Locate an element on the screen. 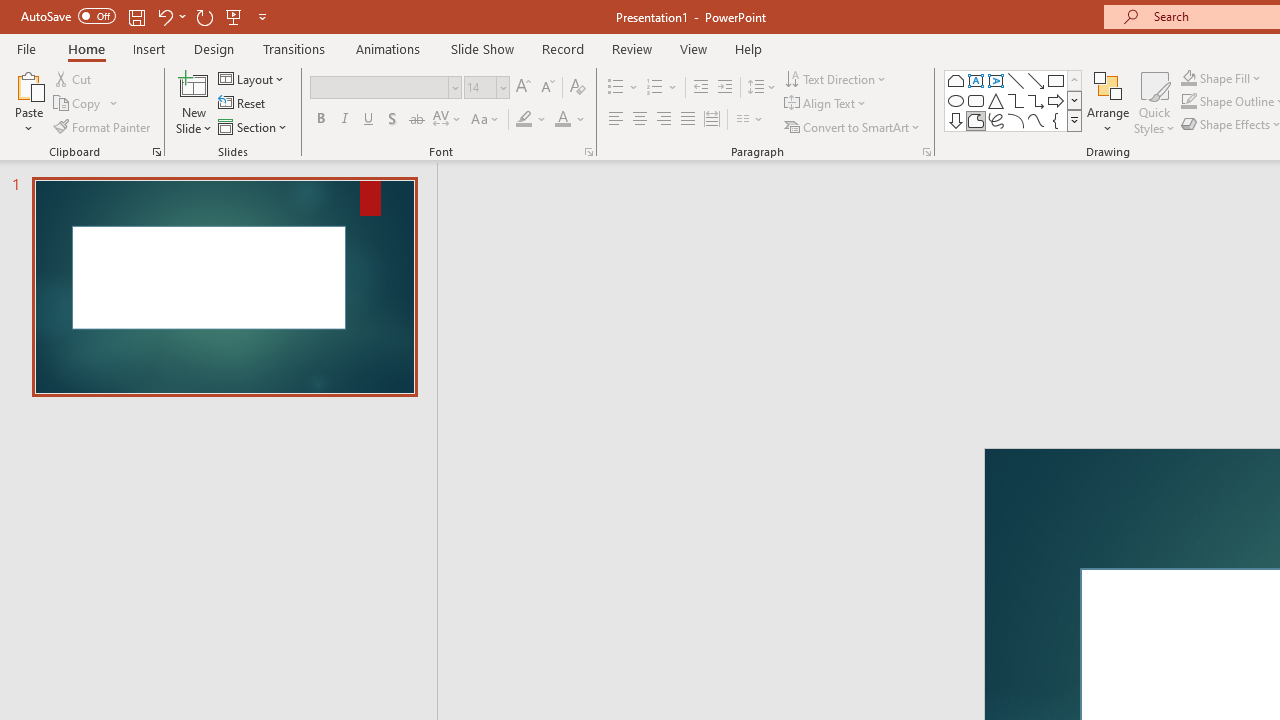  'Format Painter' is located at coordinates (102, 127).